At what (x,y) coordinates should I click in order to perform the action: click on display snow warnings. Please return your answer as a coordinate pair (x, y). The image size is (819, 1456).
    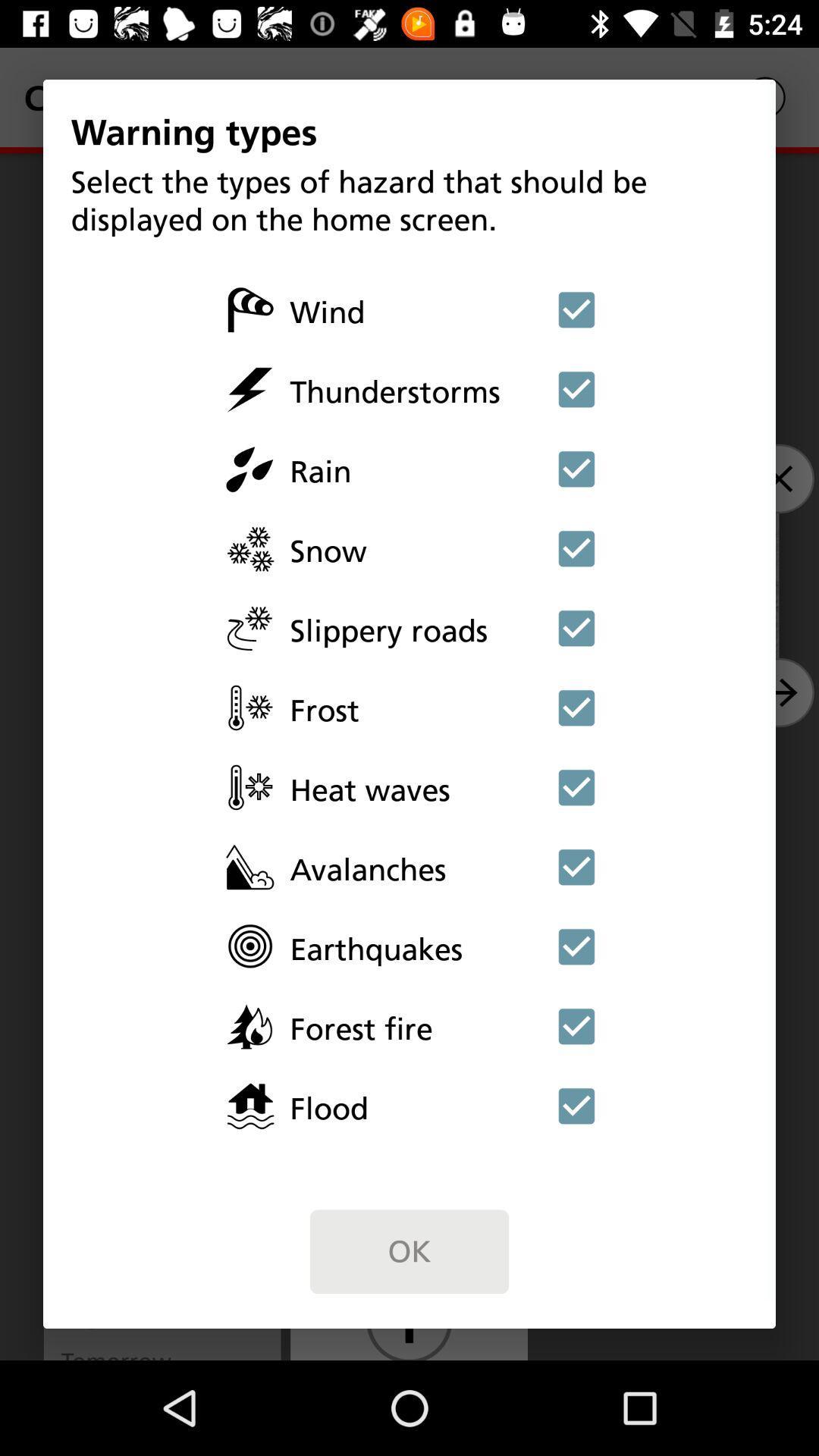
    Looking at the image, I should click on (576, 548).